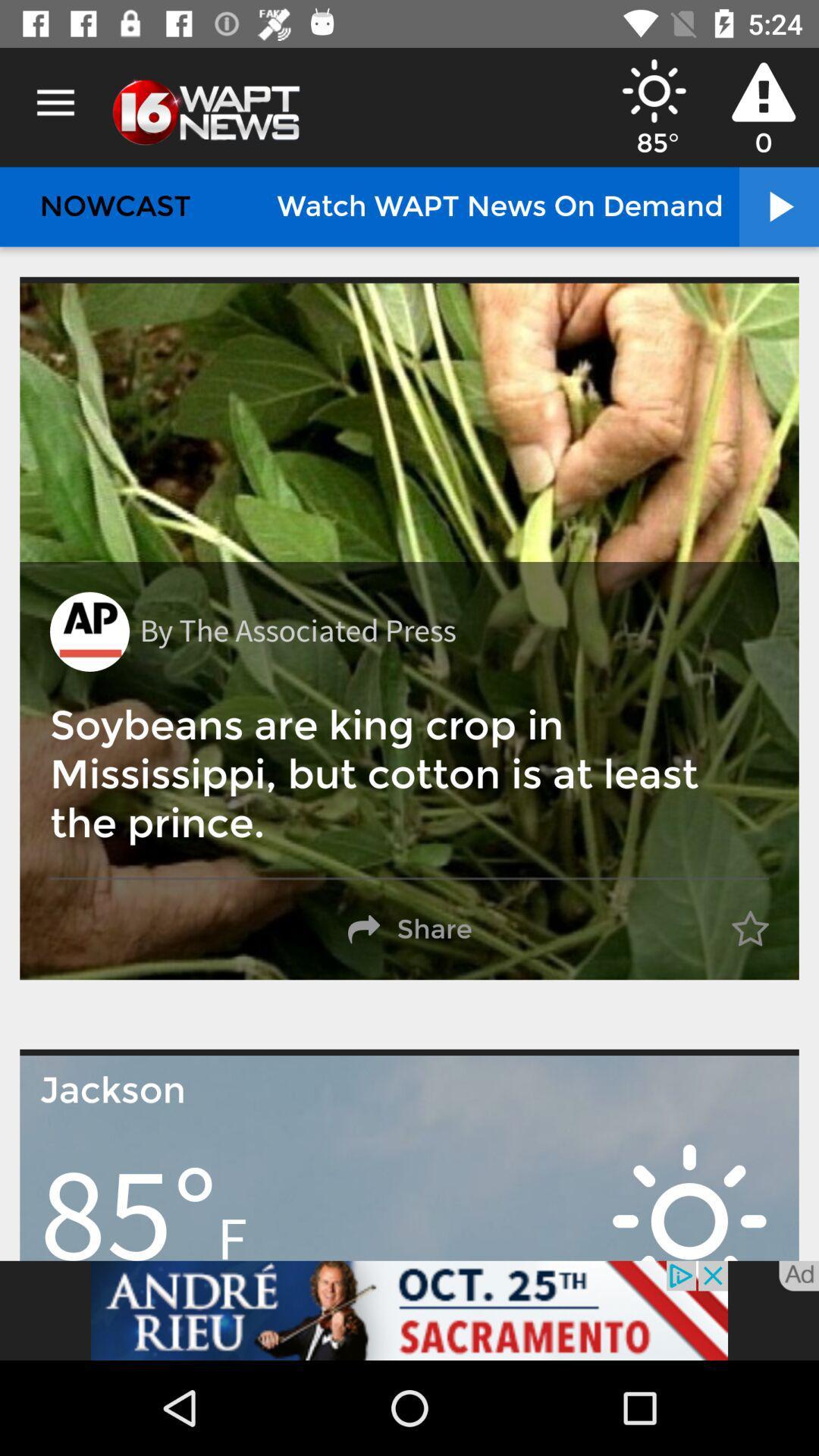 This screenshot has width=819, height=1456. What do you see at coordinates (409, 1310) in the screenshot?
I see `open advertisement about andr rieu` at bounding box center [409, 1310].